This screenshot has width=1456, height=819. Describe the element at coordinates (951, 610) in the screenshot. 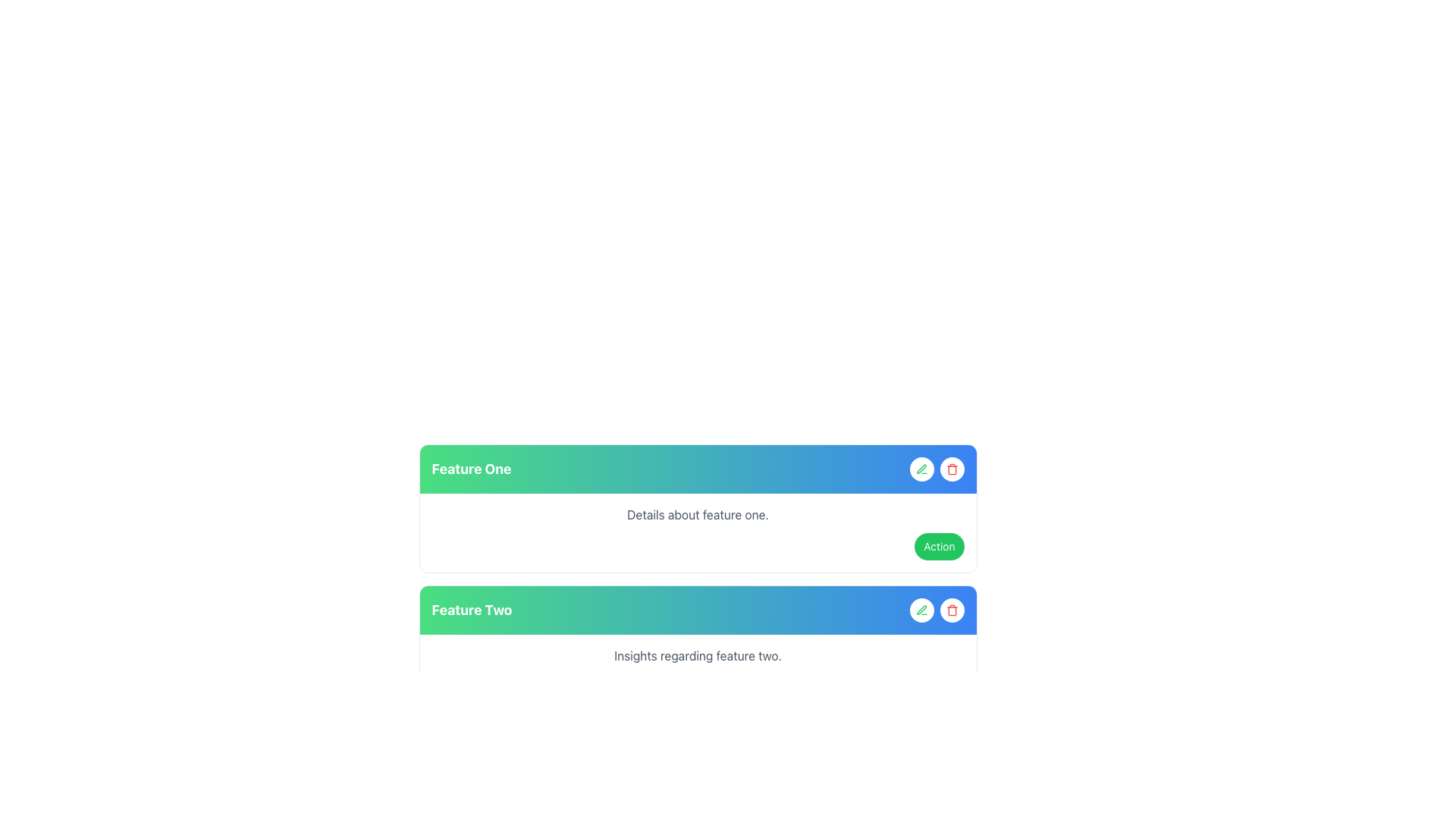

I see `the red trash bin icon located on the far right side of the blue header bar` at that location.